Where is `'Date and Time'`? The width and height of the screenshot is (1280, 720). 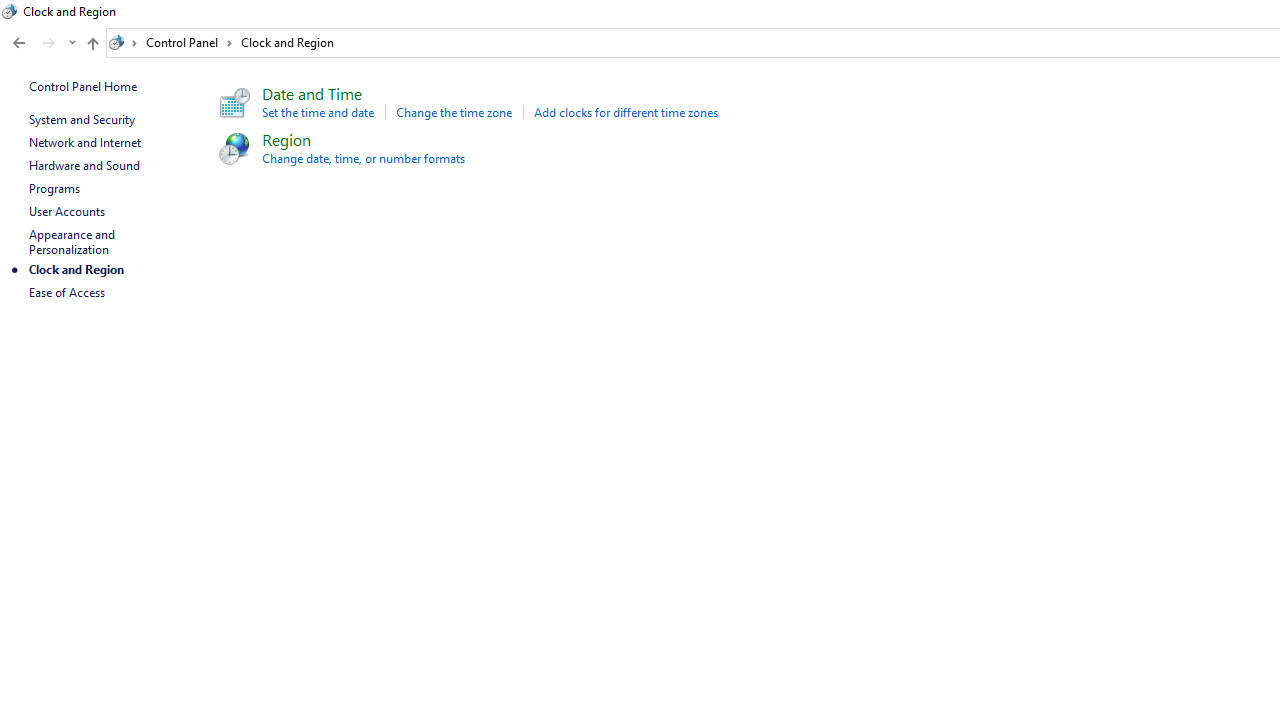 'Date and Time' is located at coordinates (310, 93).